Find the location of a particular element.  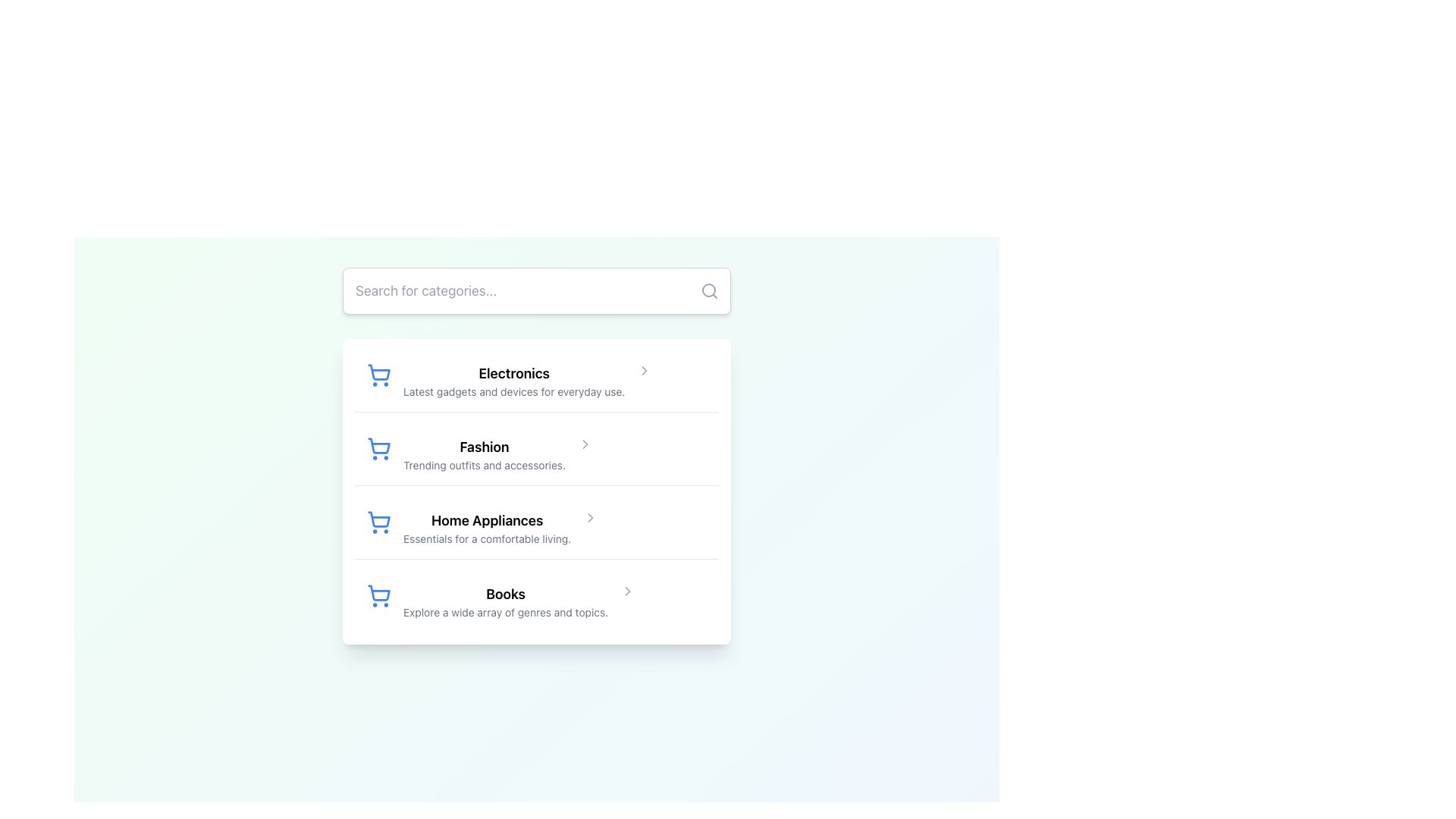

the shopping cart icon located to the left of the 'Fashion' item in the list, which signifies an action related to commerce is located at coordinates (379, 445).